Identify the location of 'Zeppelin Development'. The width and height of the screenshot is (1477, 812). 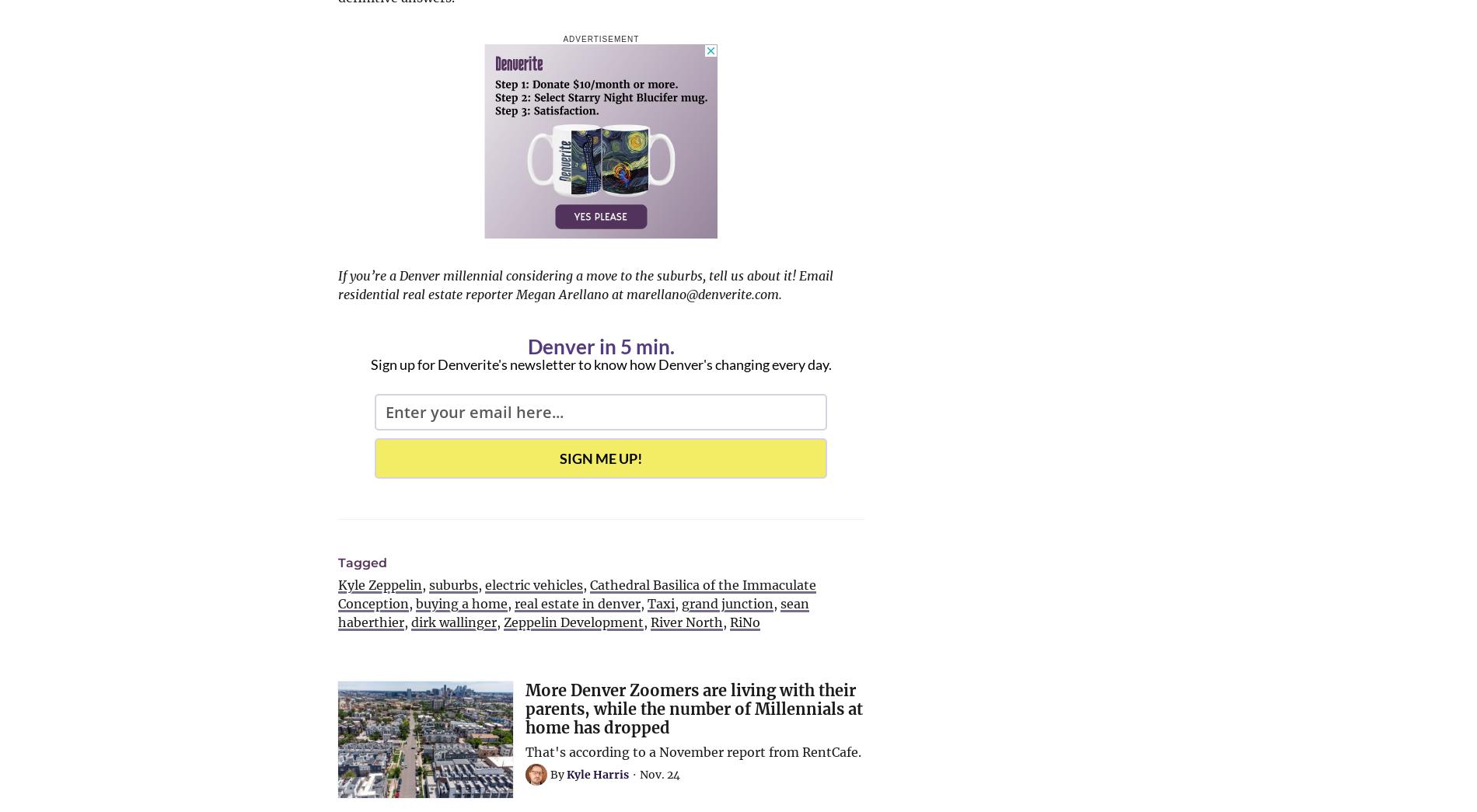
(572, 622).